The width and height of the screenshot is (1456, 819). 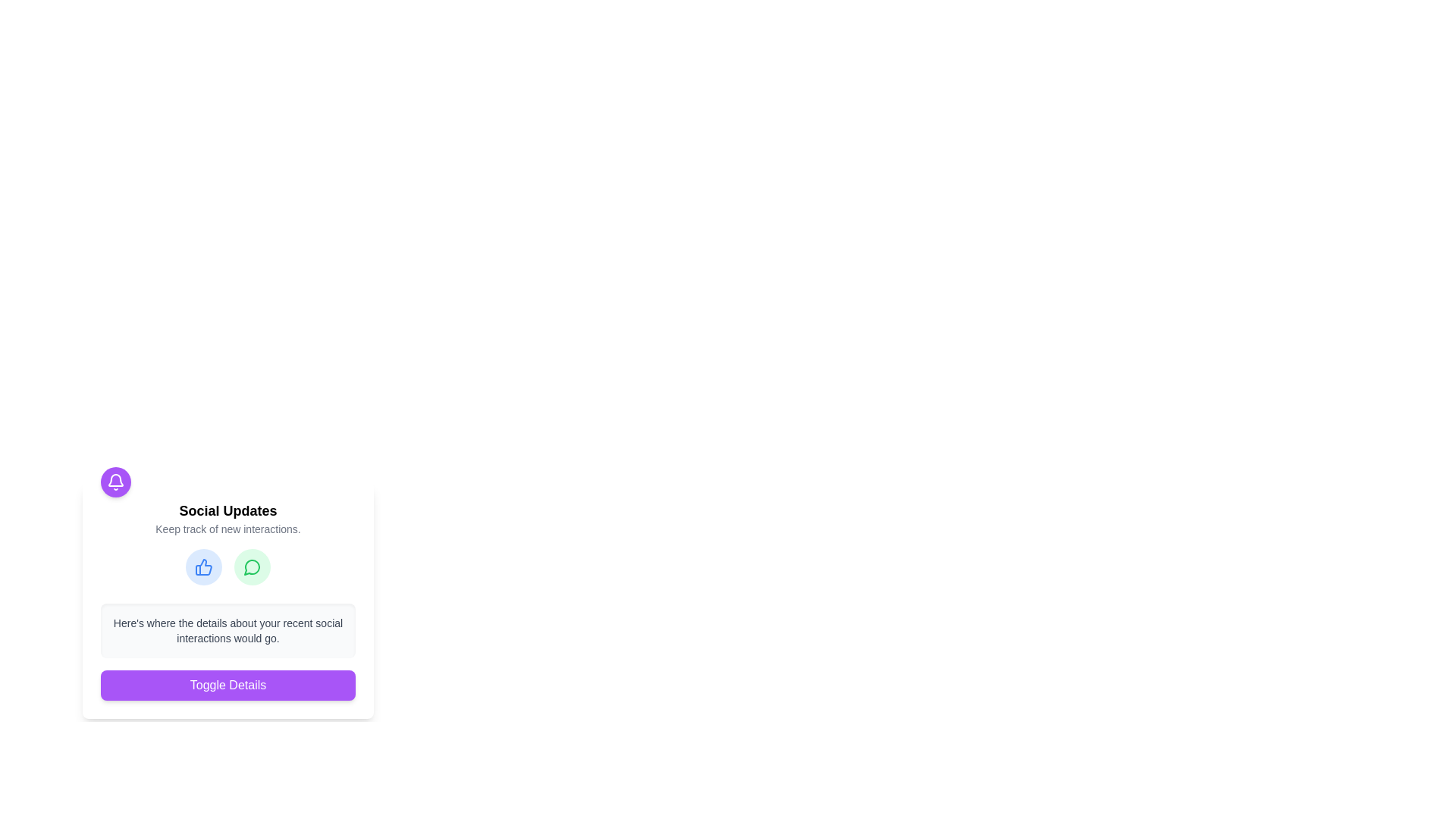 I want to click on the text block reading "Here's where the details about your recent social interactions would go," which is located in a light gray rectangular panel near the bottom of the card-style layout, so click(x=227, y=631).